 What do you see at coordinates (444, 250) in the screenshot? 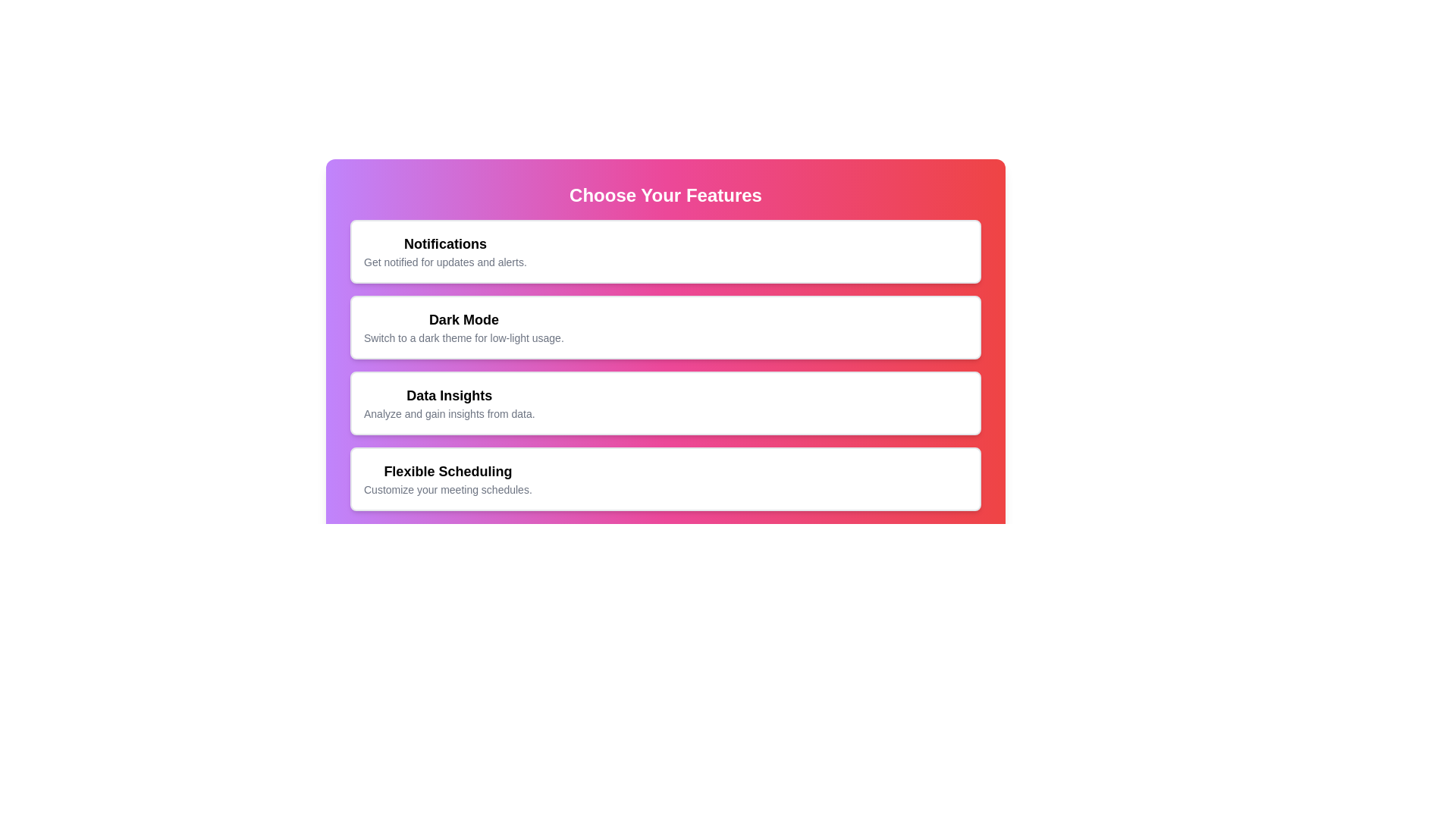
I see `the 'Notifications' text description block, which is the first option in a vertically-aligned list of feature options, to interact with it` at bounding box center [444, 250].